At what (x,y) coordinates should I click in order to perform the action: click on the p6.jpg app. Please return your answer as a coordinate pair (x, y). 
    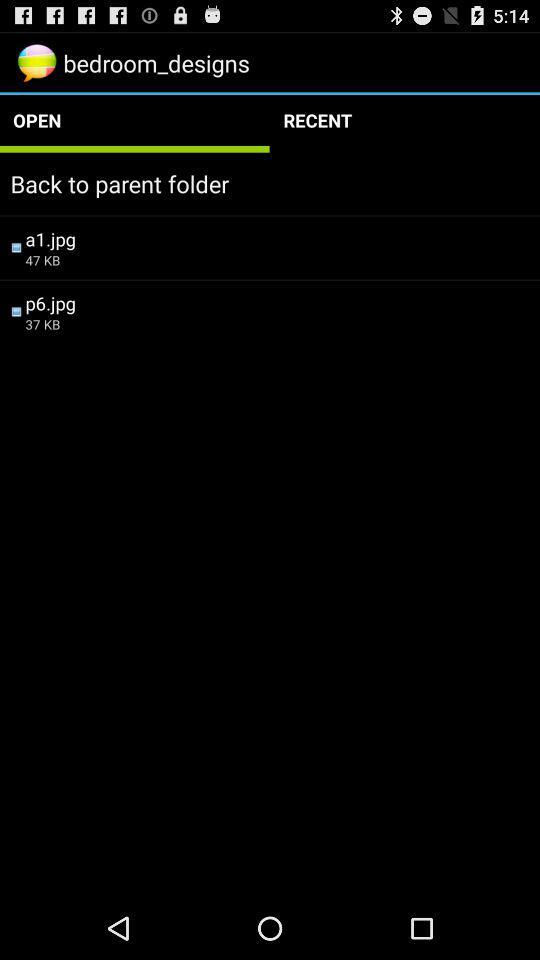
    Looking at the image, I should click on (276, 302).